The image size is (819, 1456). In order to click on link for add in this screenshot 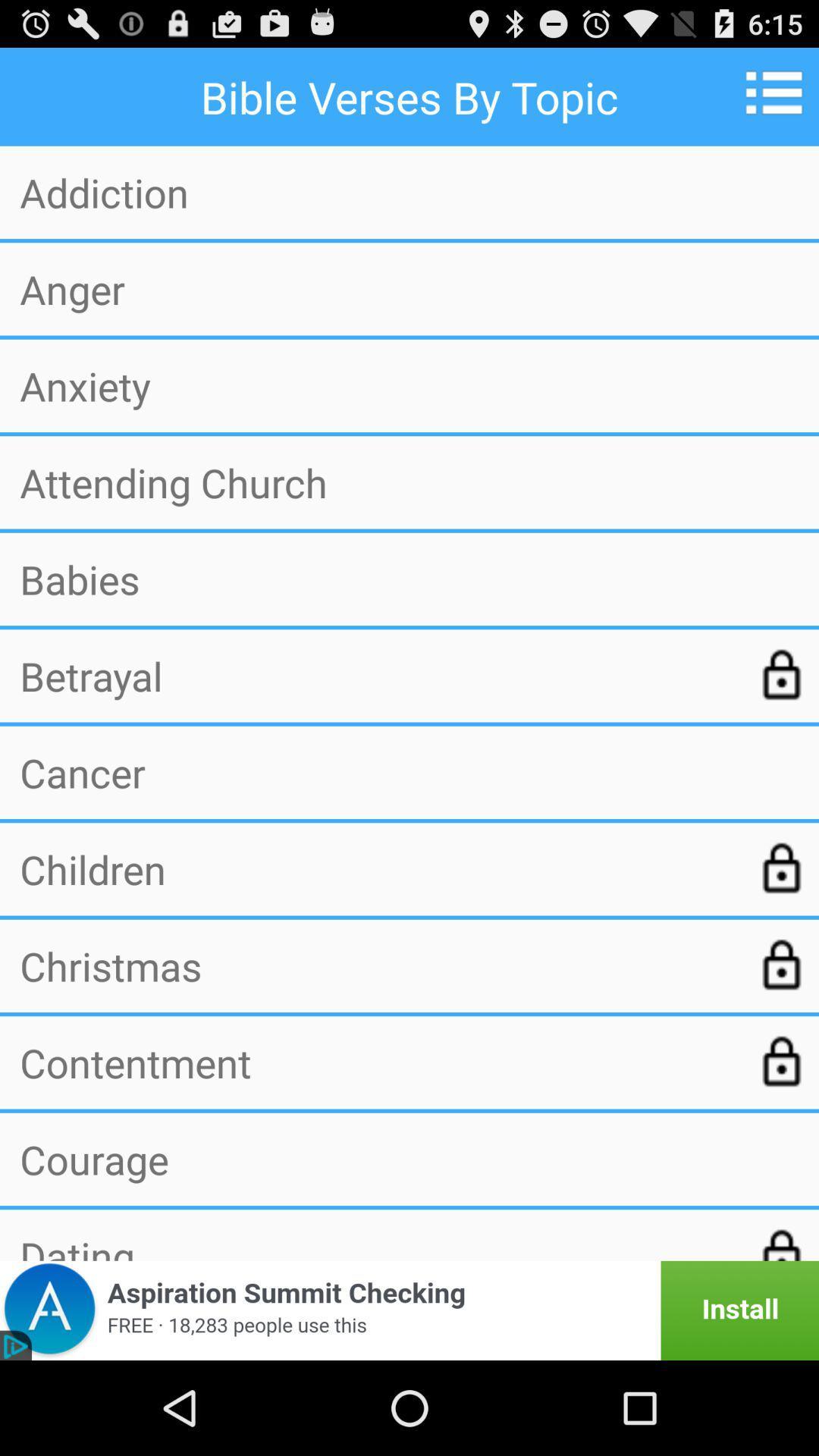, I will do `click(409, 1310)`.